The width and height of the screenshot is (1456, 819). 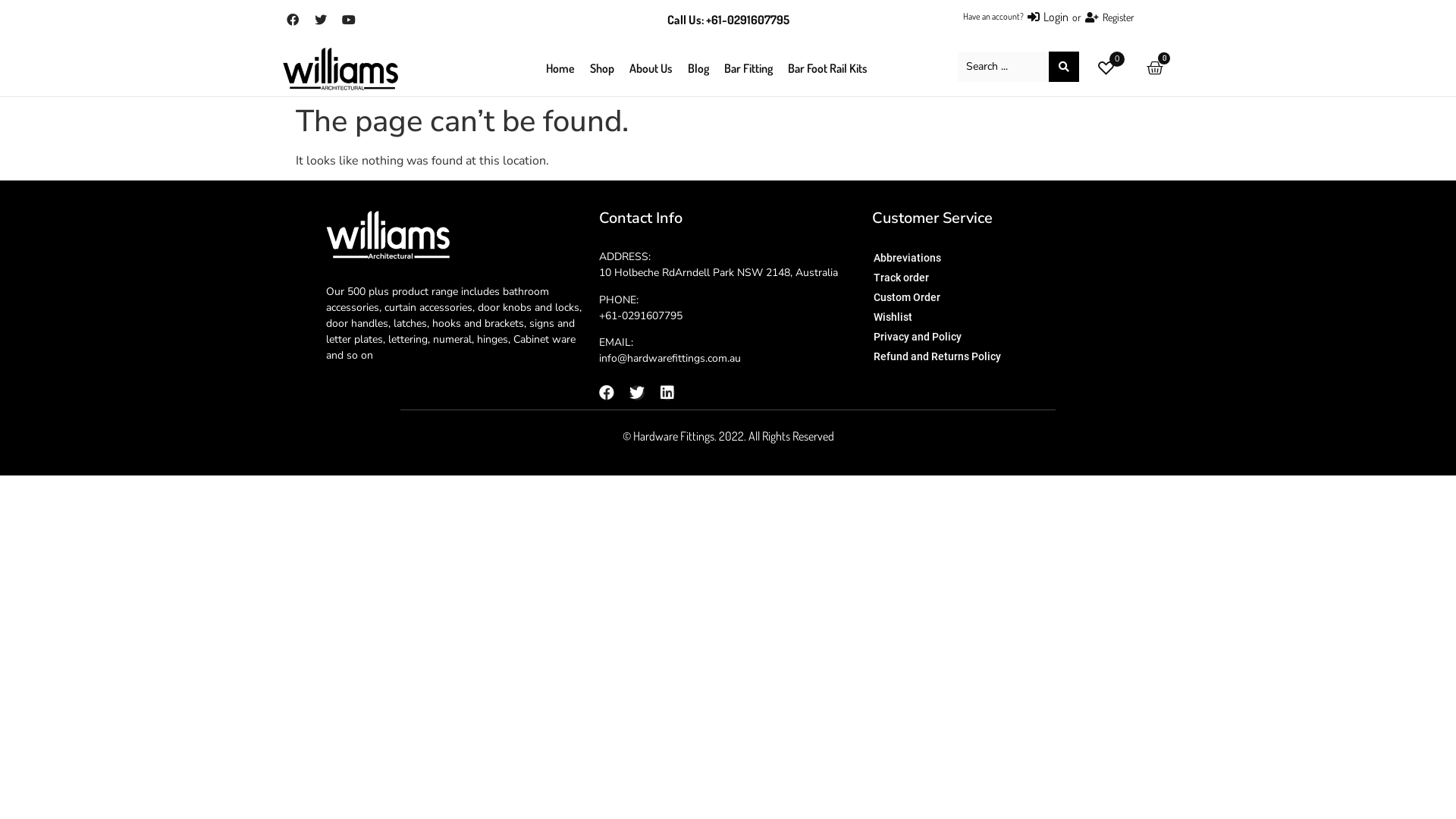 What do you see at coordinates (1117, 58) in the screenshot?
I see `'0'` at bounding box center [1117, 58].